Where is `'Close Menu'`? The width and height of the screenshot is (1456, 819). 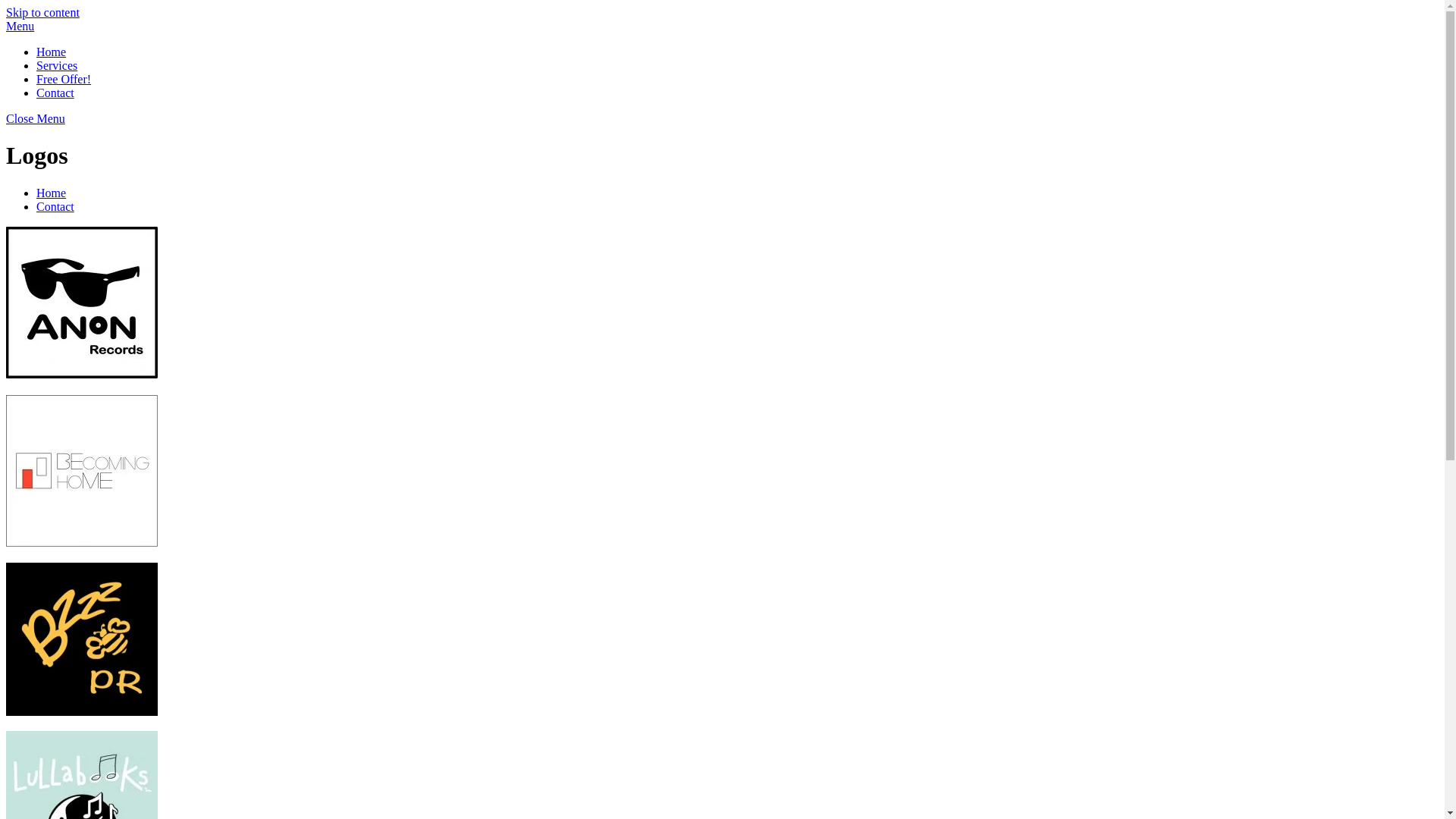
'Close Menu' is located at coordinates (36, 118).